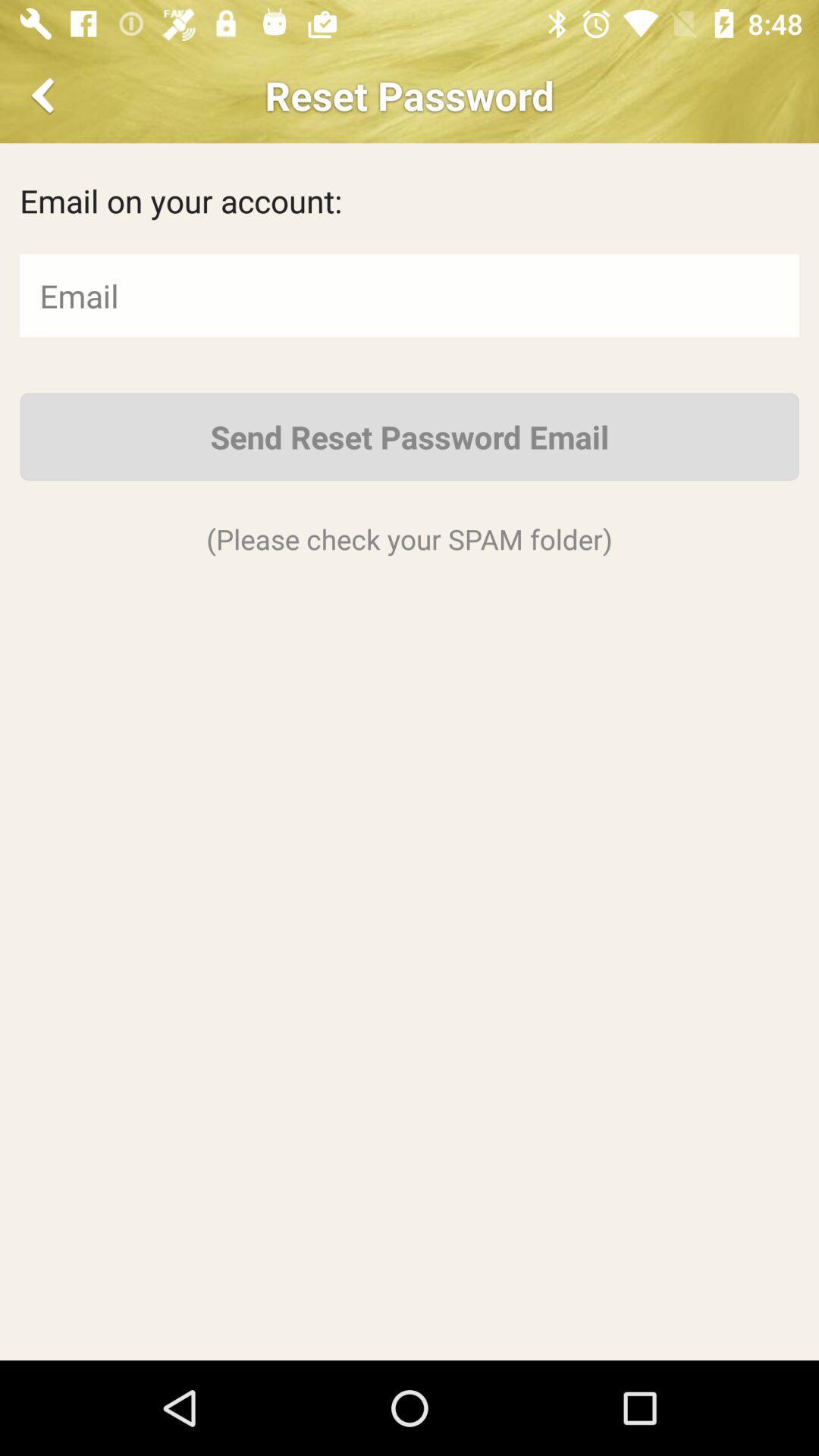 Image resolution: width=819 pixels, height=1456 pixels. I want to click on go back, so click(45, 94).